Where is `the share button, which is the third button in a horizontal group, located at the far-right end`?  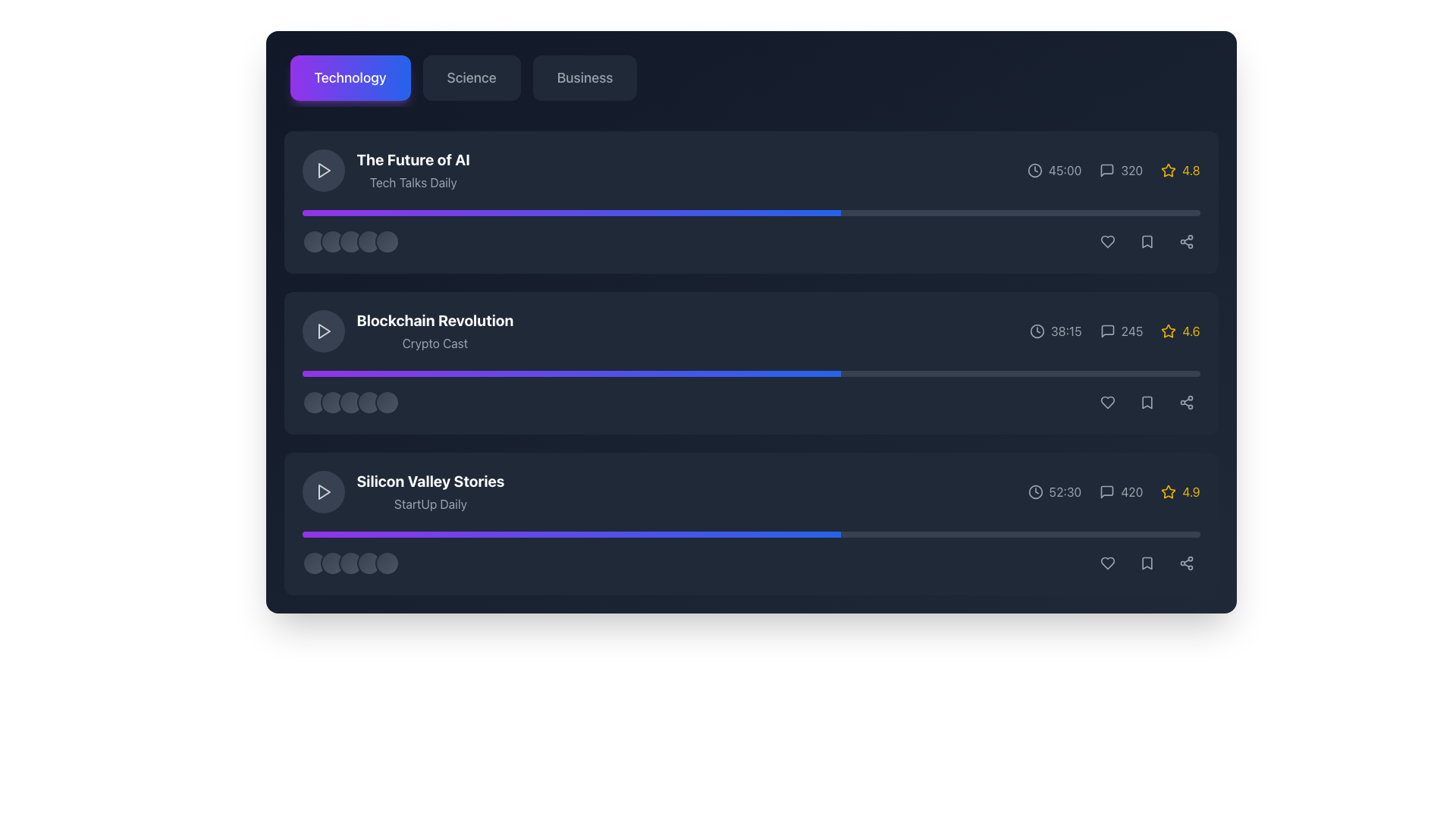
the share button, which is the third button in a horizontal group, located at the far-right end is located at coordinates (1185, 563).